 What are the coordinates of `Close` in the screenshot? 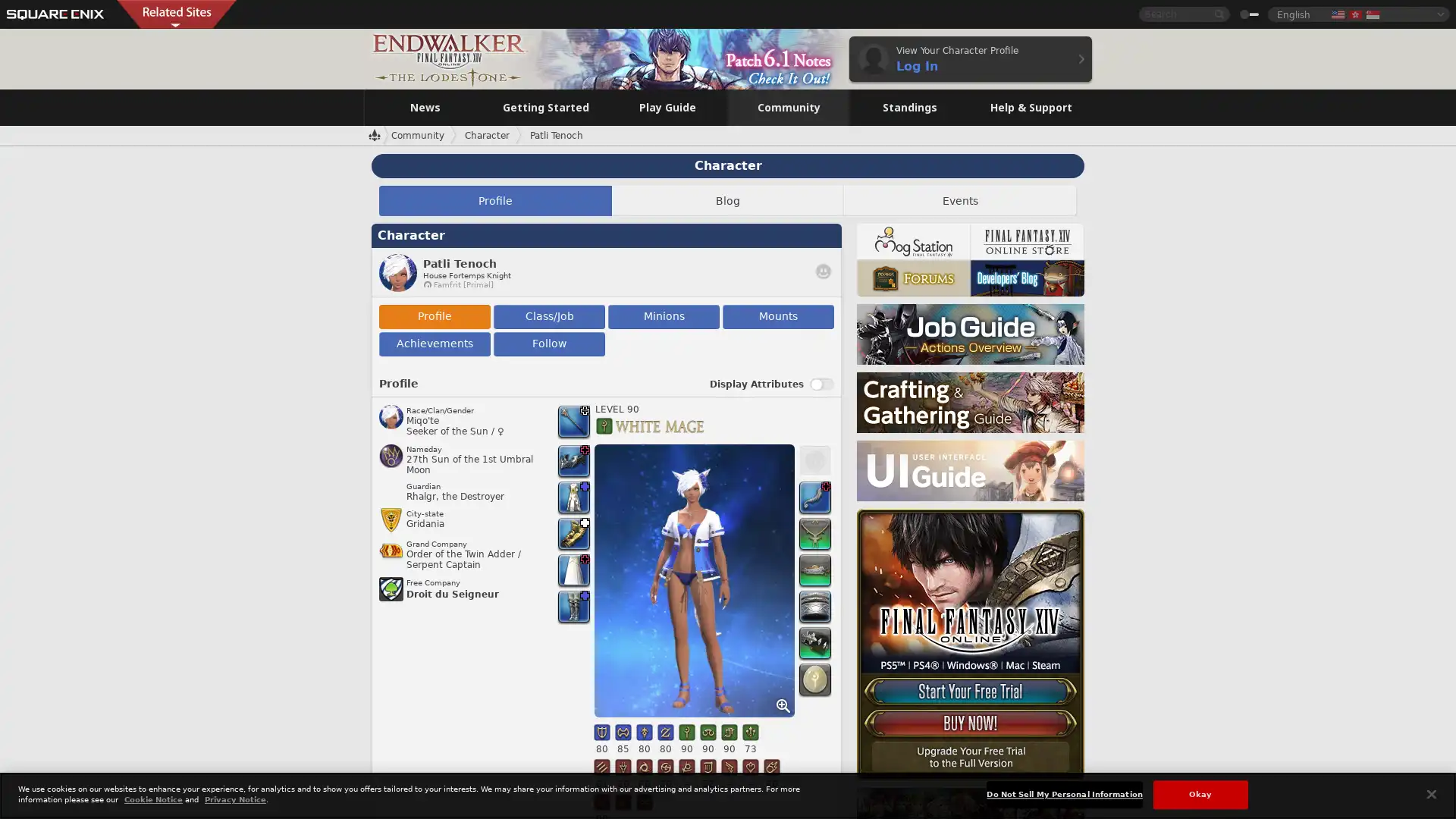 It's located at (1430, 792).